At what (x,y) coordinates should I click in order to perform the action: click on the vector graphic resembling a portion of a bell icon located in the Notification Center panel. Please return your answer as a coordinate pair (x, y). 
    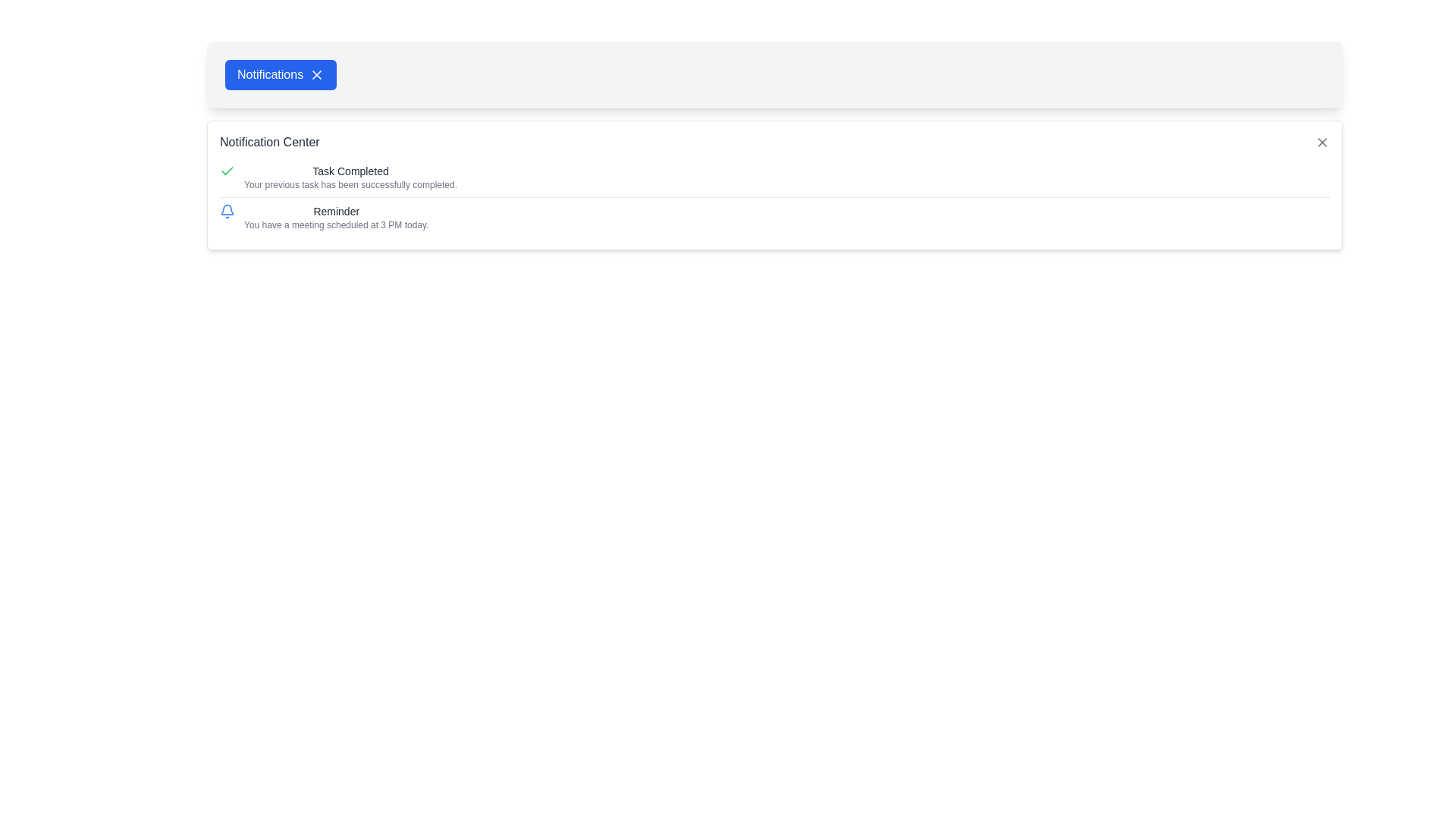
    Looking at the image, I should click on (226, 209).